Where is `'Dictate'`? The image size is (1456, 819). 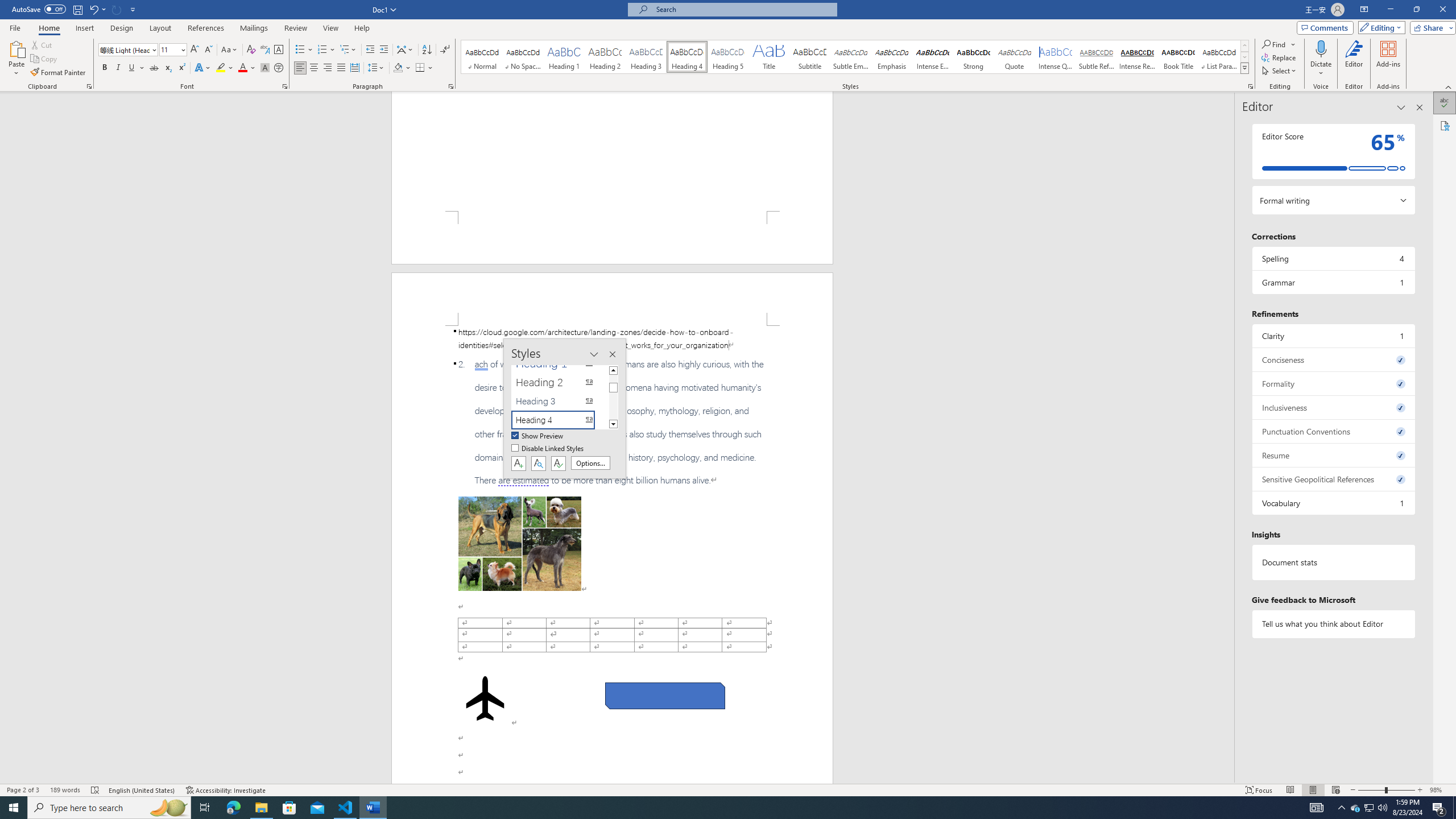 'Dictate' is located at coordinates (1321, 59).